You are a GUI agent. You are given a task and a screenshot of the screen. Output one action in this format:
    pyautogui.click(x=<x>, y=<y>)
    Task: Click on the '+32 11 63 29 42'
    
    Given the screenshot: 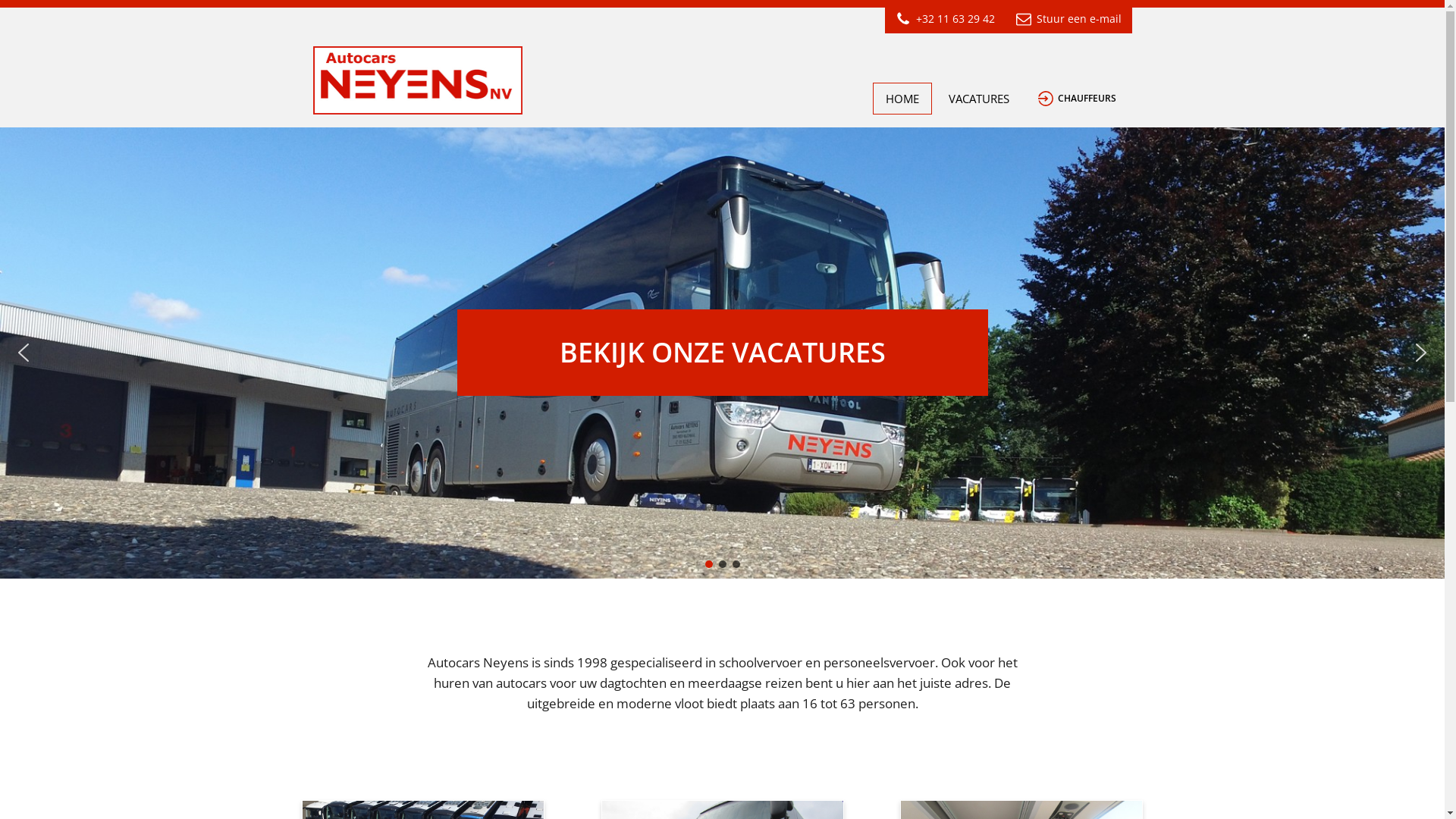 What is the action you would take?
    pyautogui.click(x=943, y=19)
    